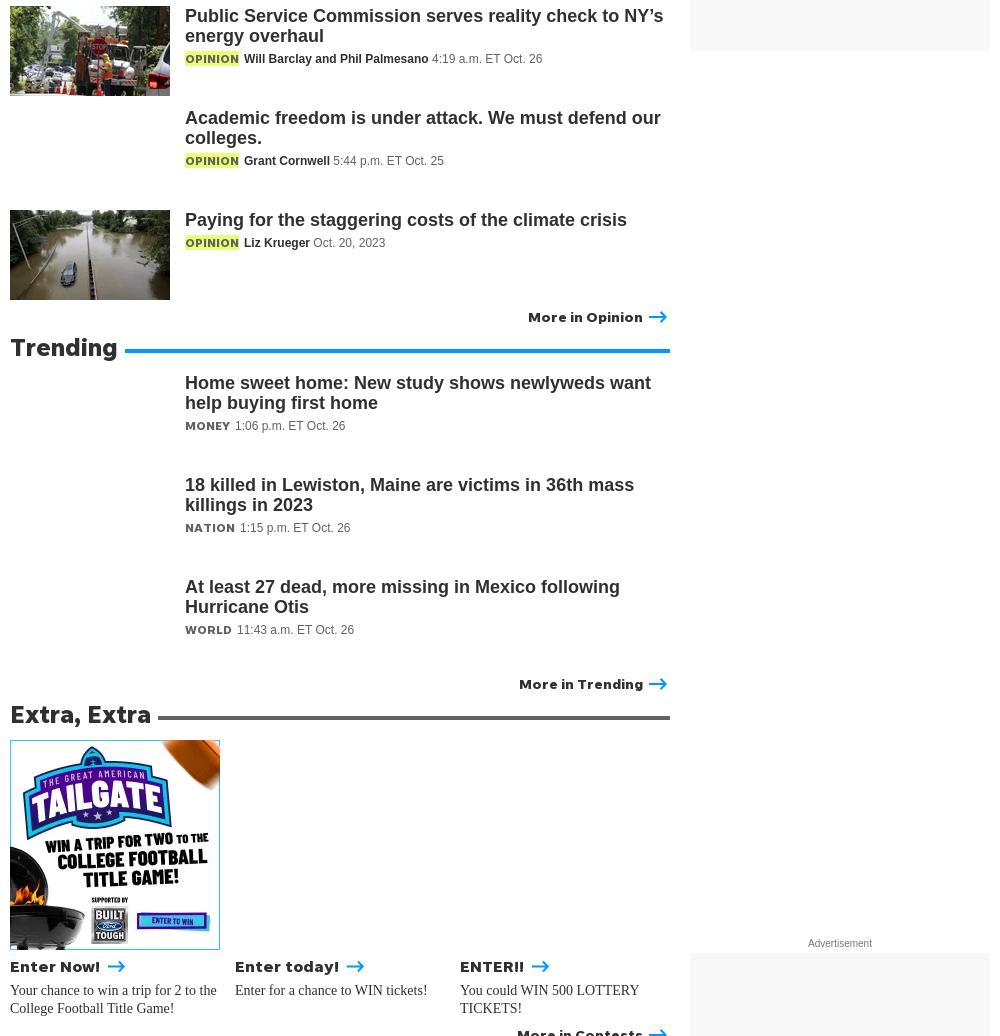 The width and height of the screenshot is (1000, 1036). Describe the element at coordinates (336, 58) in the screenshot. I see `'Will Barclay and Phil Palmesano'` at that location.